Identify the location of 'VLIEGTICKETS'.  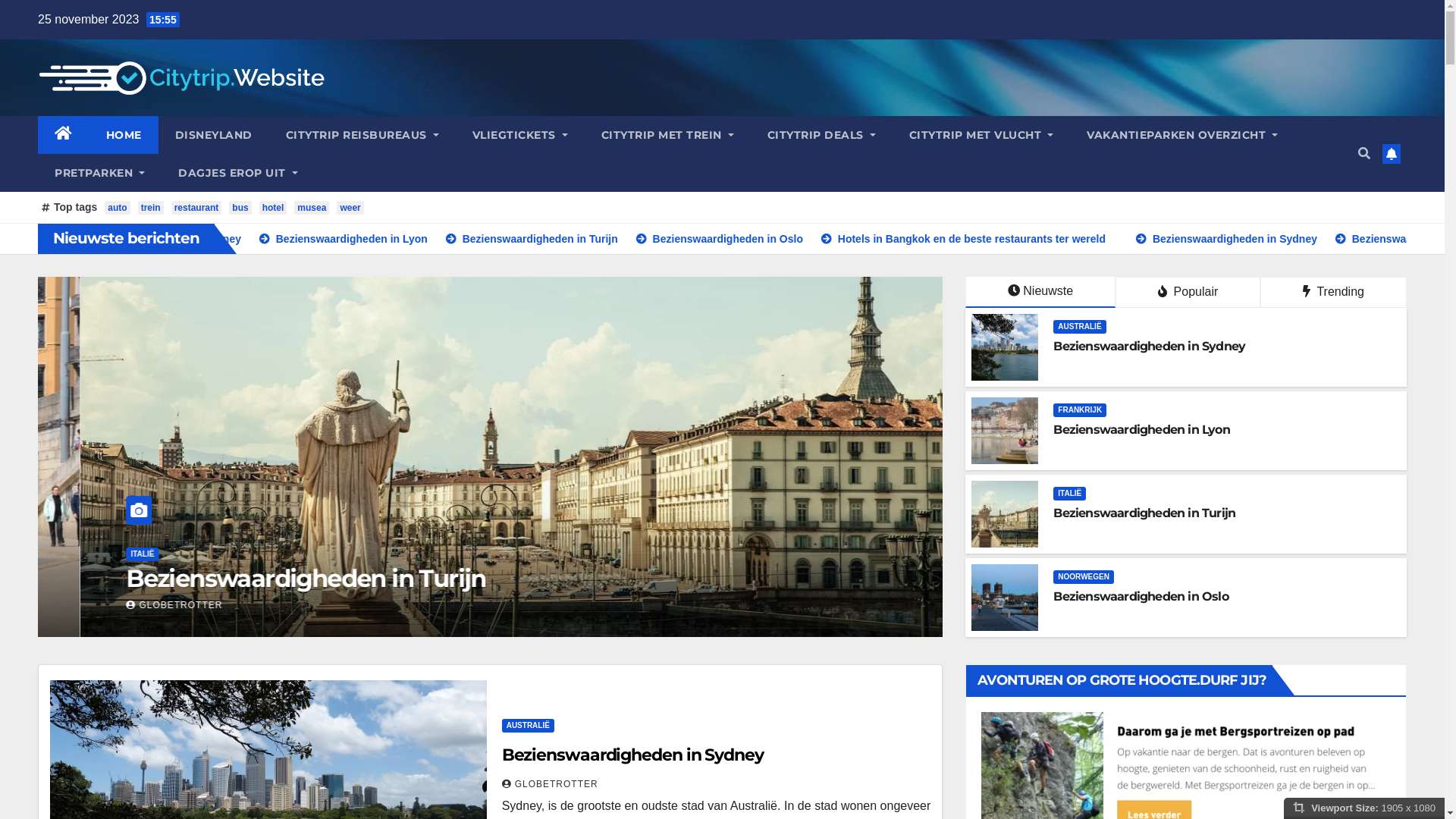
(520, 133).